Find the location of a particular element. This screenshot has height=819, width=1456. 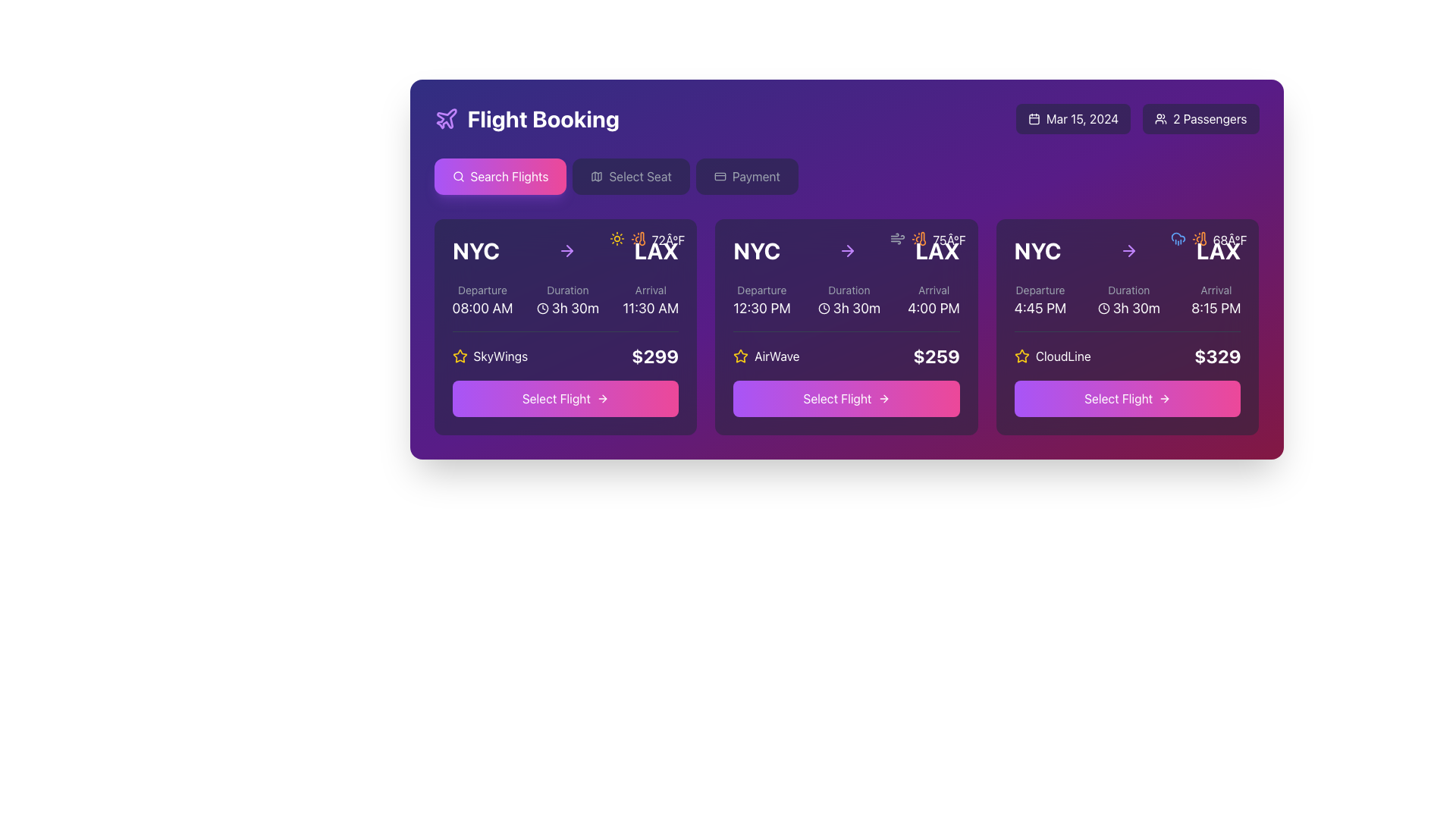

the static text element displaying '3h 30m' with the accompanying clock icon in the 'Duration' section of the first flight card is located at coordinates (566, 301).